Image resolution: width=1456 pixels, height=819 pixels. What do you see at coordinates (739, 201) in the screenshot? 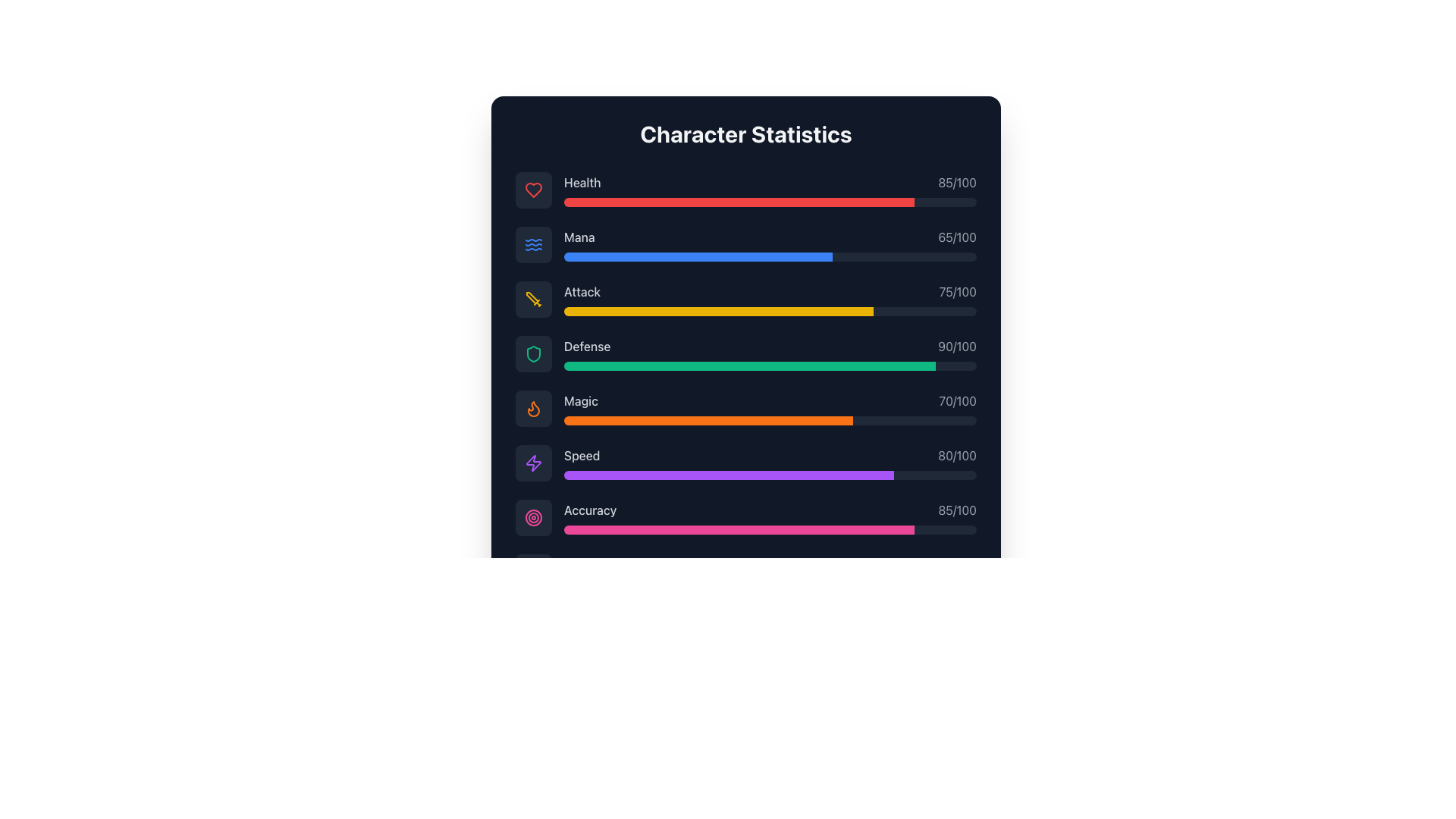
I see `the red health progress bar in the 'Character Statistics' section, which is visually positioned alongside the 'Health' label and the '85/100' numeric value` at bounding box center [739, 201].